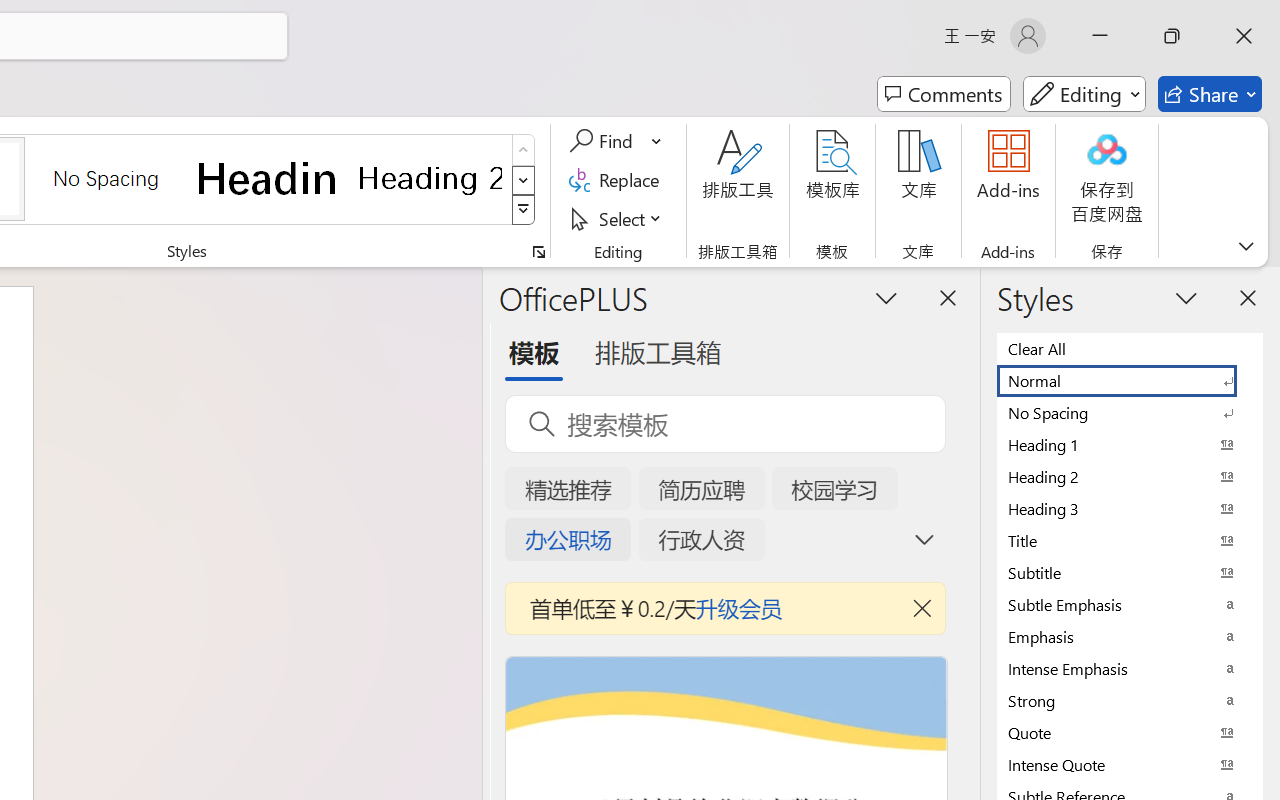  What do you see at coordinates (1130, 635) in the screenshot?
I see `'Emphasis'` at bounding box center [1130, 635].